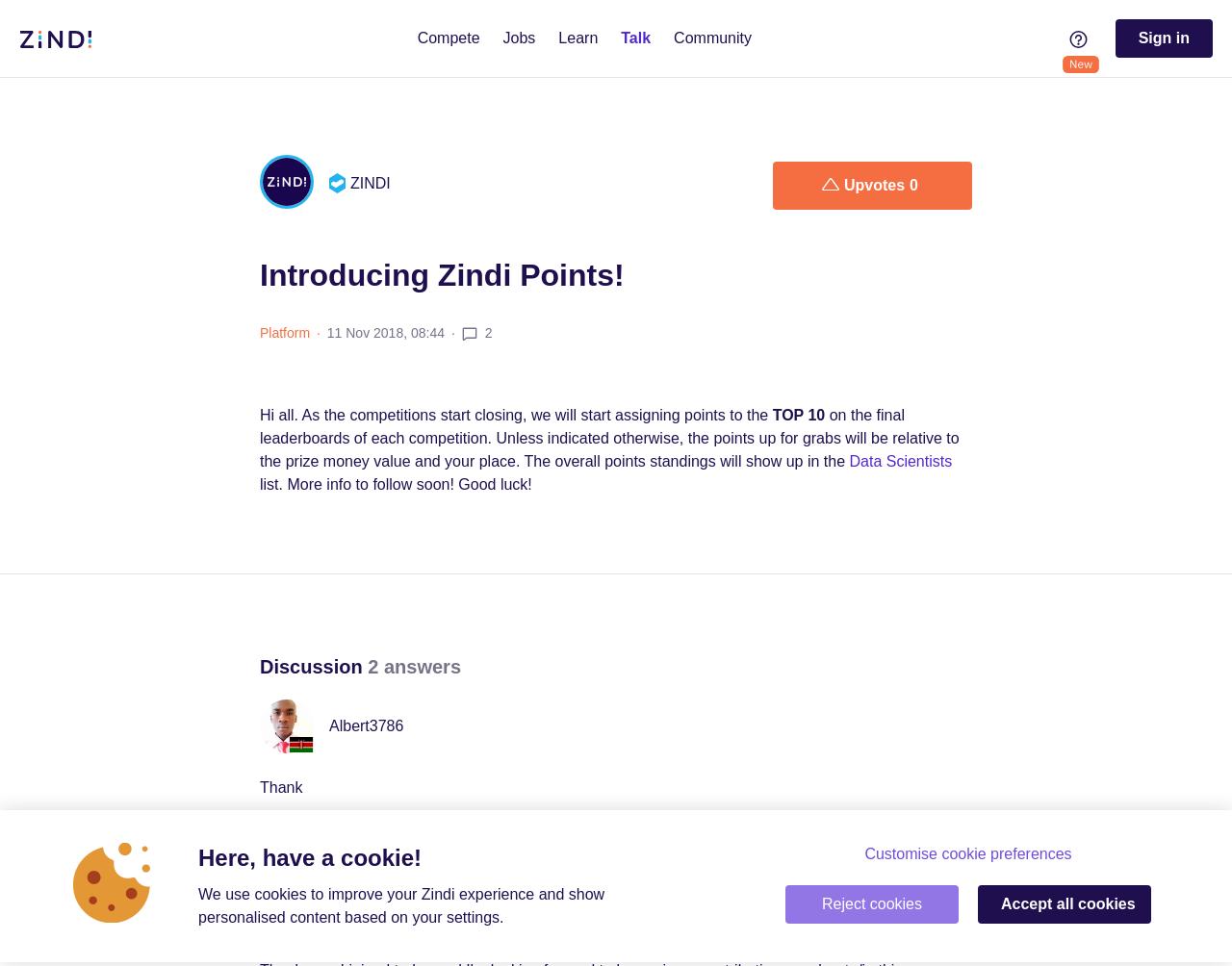 The height and width of the screenshot is (966, 1232). What do you see at coordinates (395, 484) in the screenshot?
I see `'list. More info to follow soon! Good luck!'` at bounding box center [395, 484].